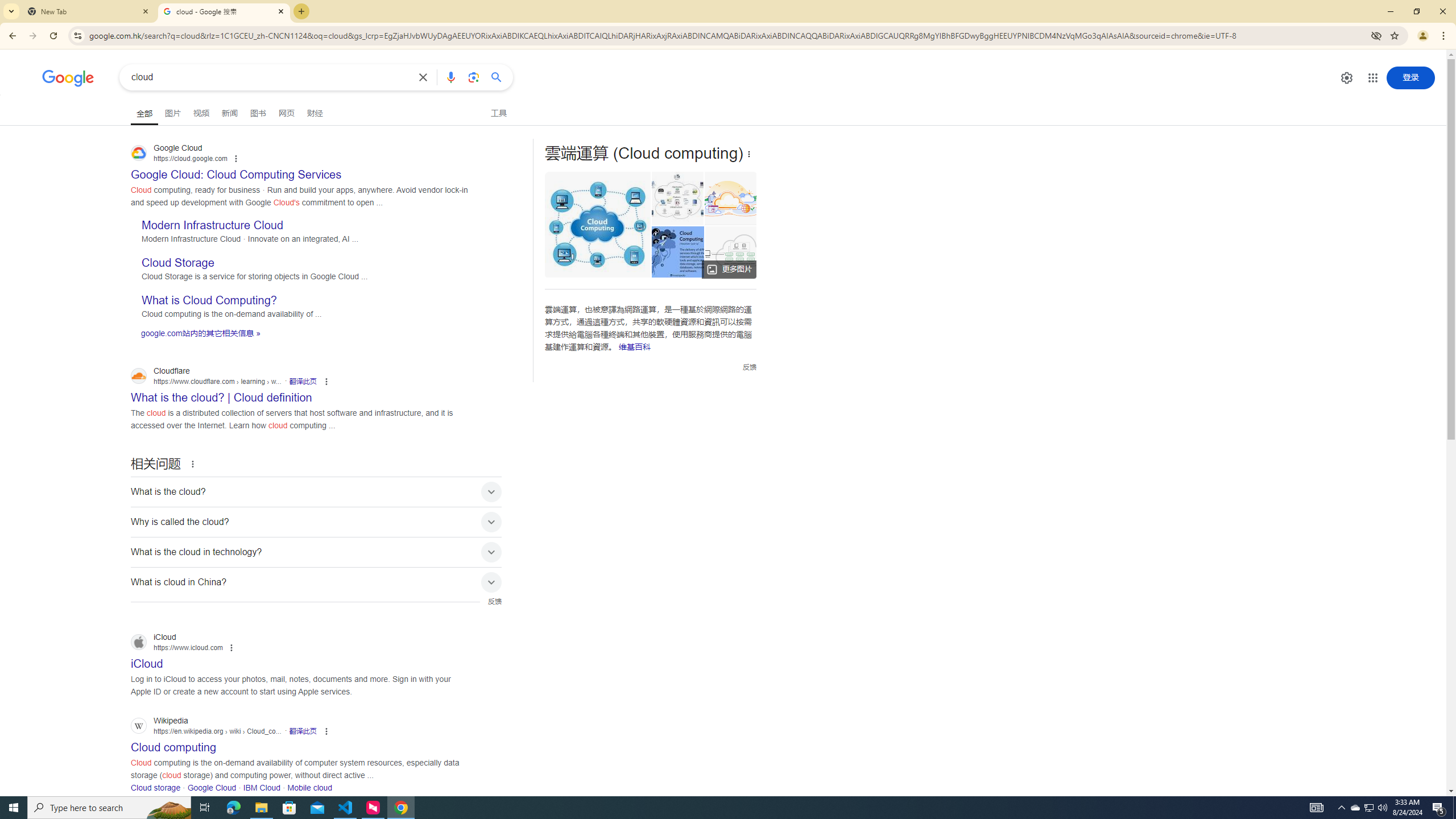 This screenshot has height=819, width=1456. Describe the element at coordinates (316, 521) in the screenshot. I see `'Why is called the cloud?'` at that location.